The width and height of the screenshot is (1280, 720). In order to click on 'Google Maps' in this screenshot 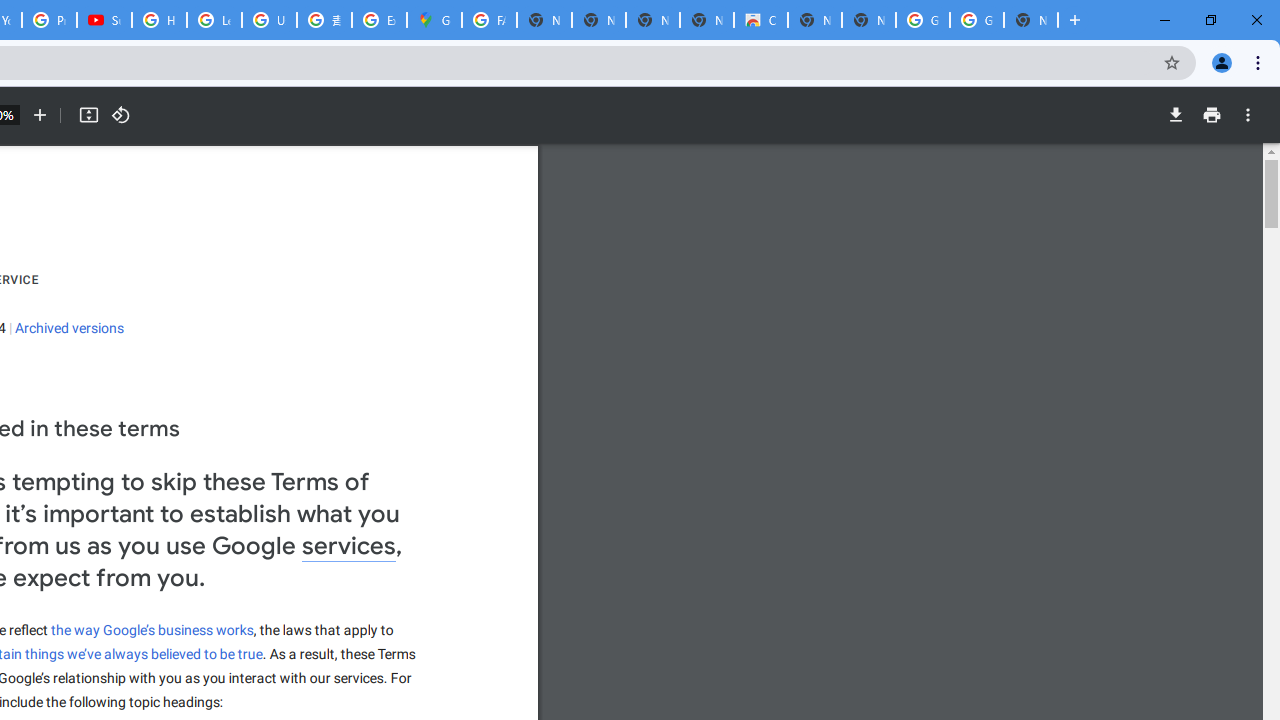, I will do `click(433, 20)`.